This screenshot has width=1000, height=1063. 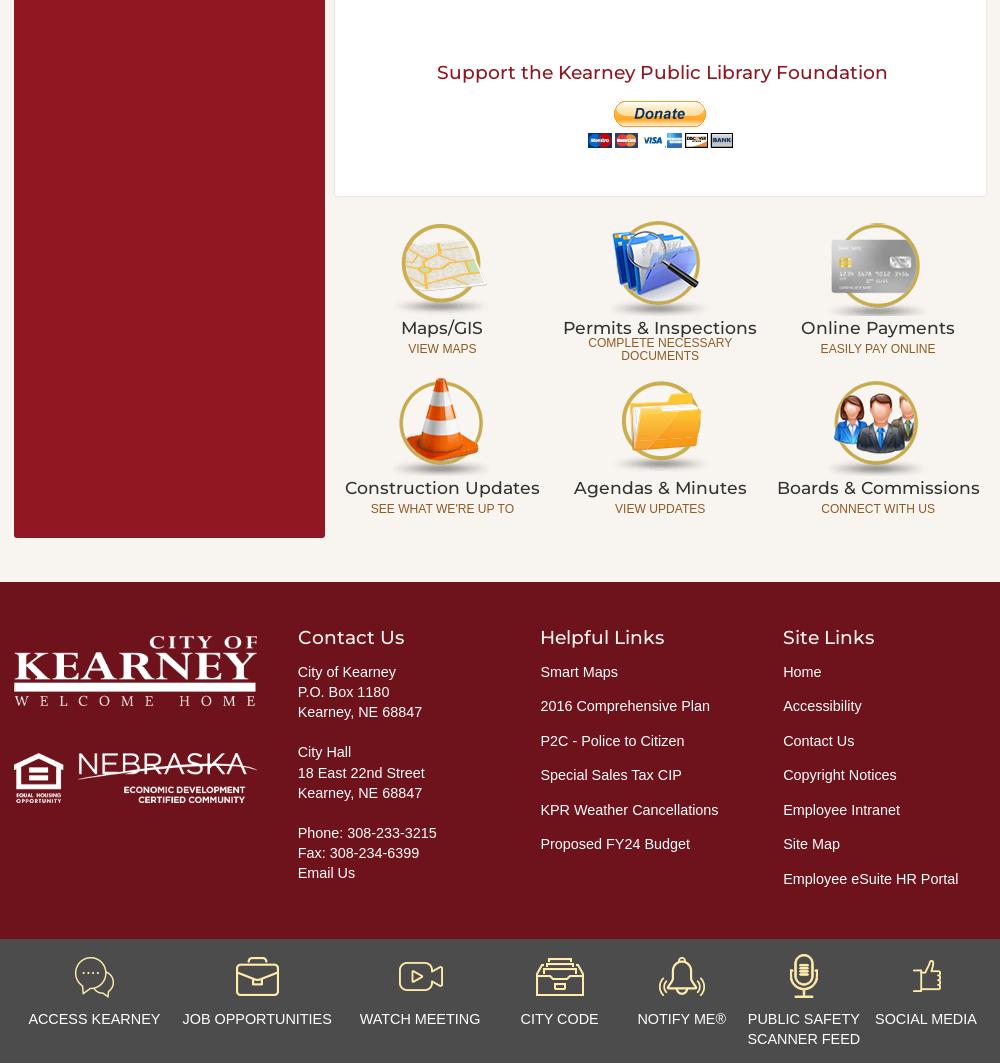 What do you see at coordinates (357, 851) in the screenshot?
I see `'Fax: 308-234-6399'` at bounding box center [357, 851].